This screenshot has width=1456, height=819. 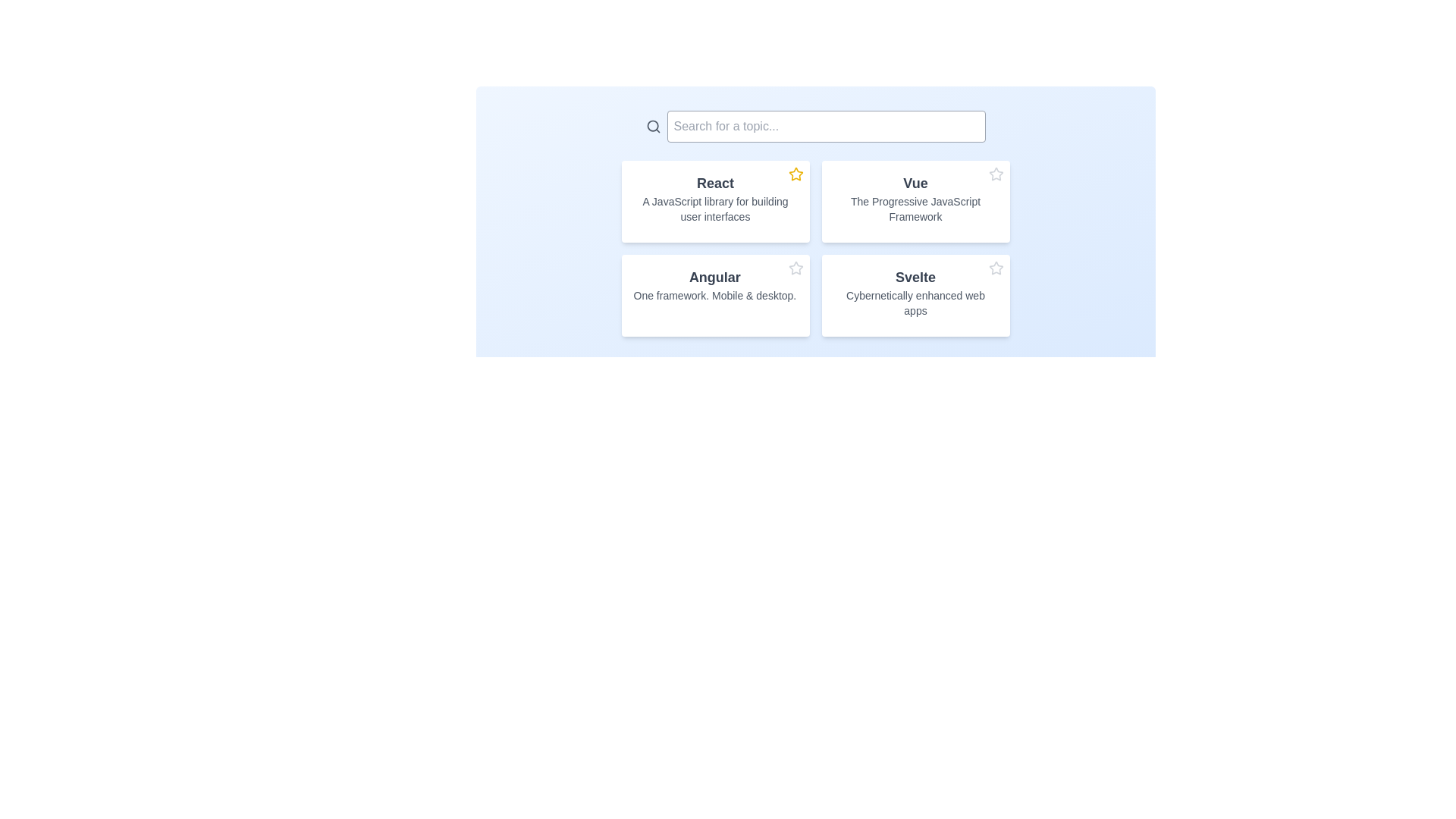 What do you see at coordinates (915, 303) in the screenshot?
I see `text component that displays 'Cybernetically enhanced web apps', which is a descriptive subtitle beneath the bold title text 'Svelte'` at bounding box center [915, 303].